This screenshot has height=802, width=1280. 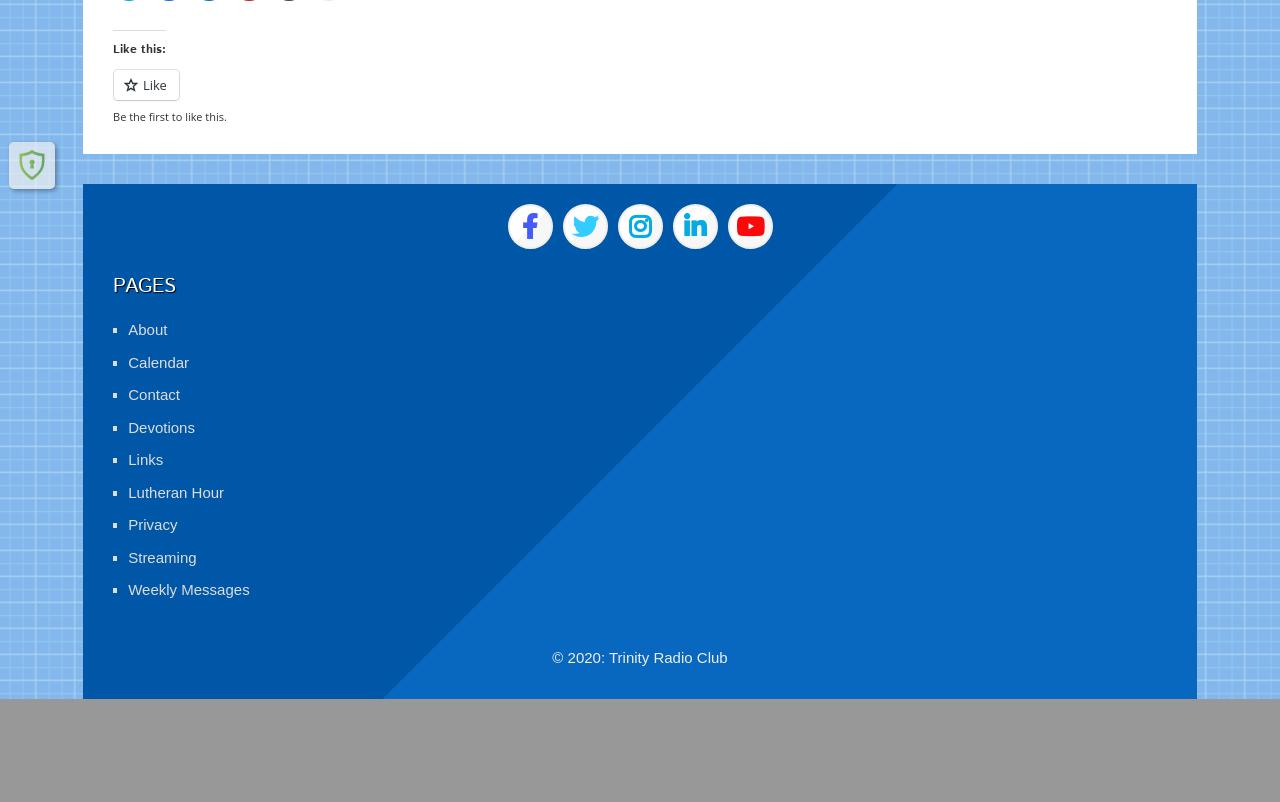 I want to click on 'Devotions', so click(x=161, y=404).